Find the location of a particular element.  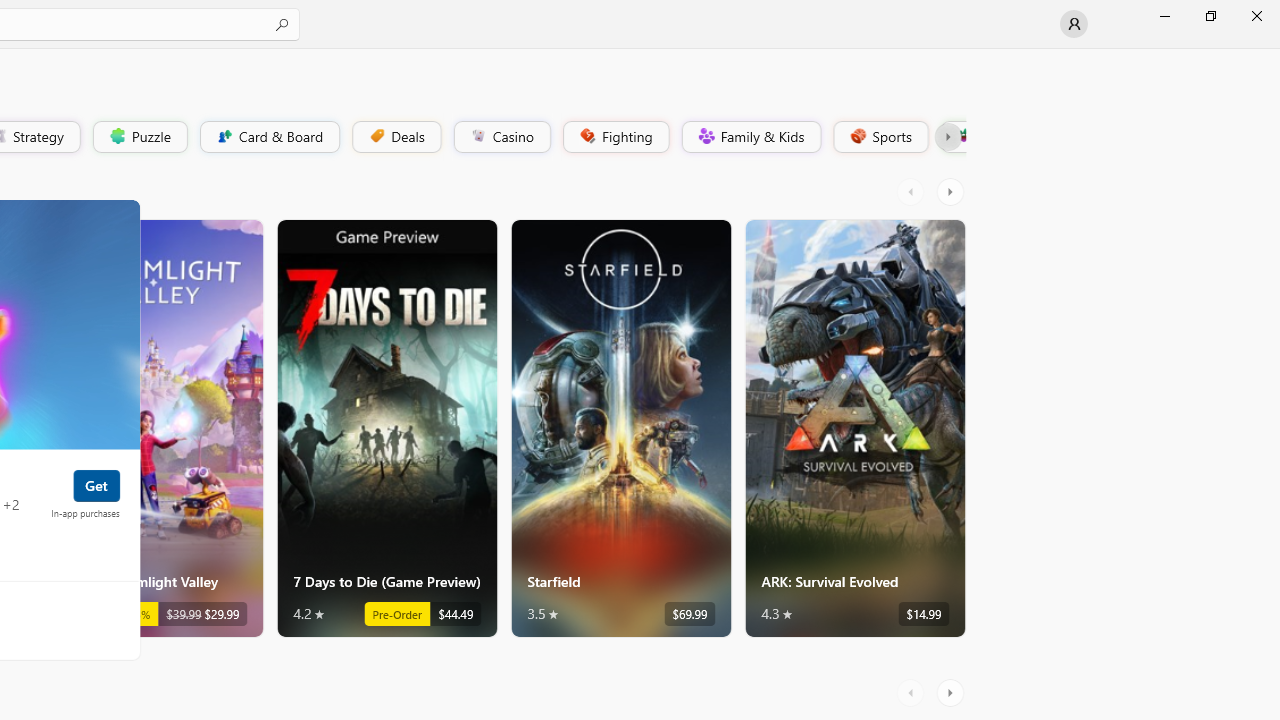

'Restore Microsoft Store' is located at coordinates (1209, 15).